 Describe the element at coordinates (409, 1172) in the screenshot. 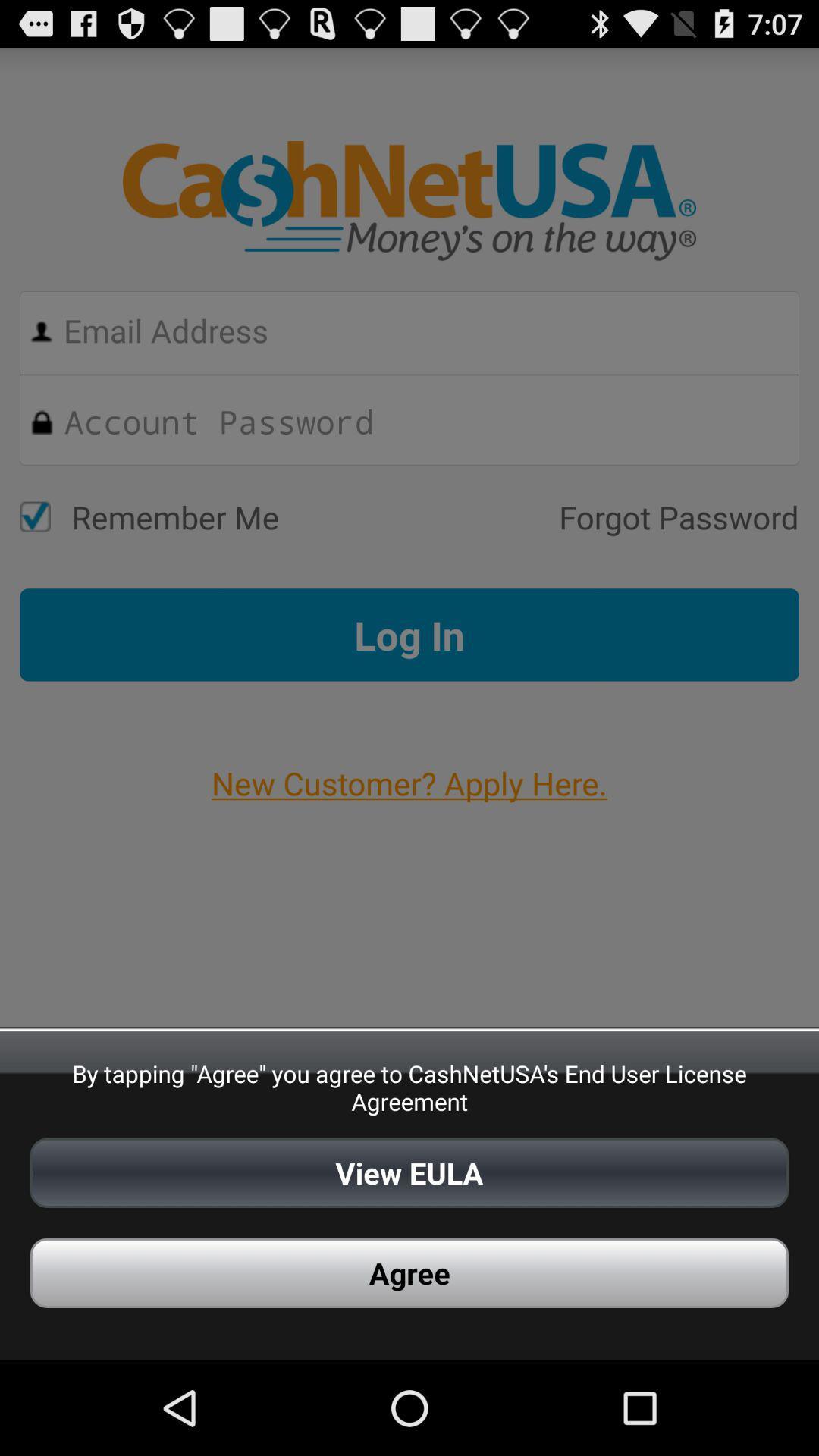

I see `app above the agree app` at that location.